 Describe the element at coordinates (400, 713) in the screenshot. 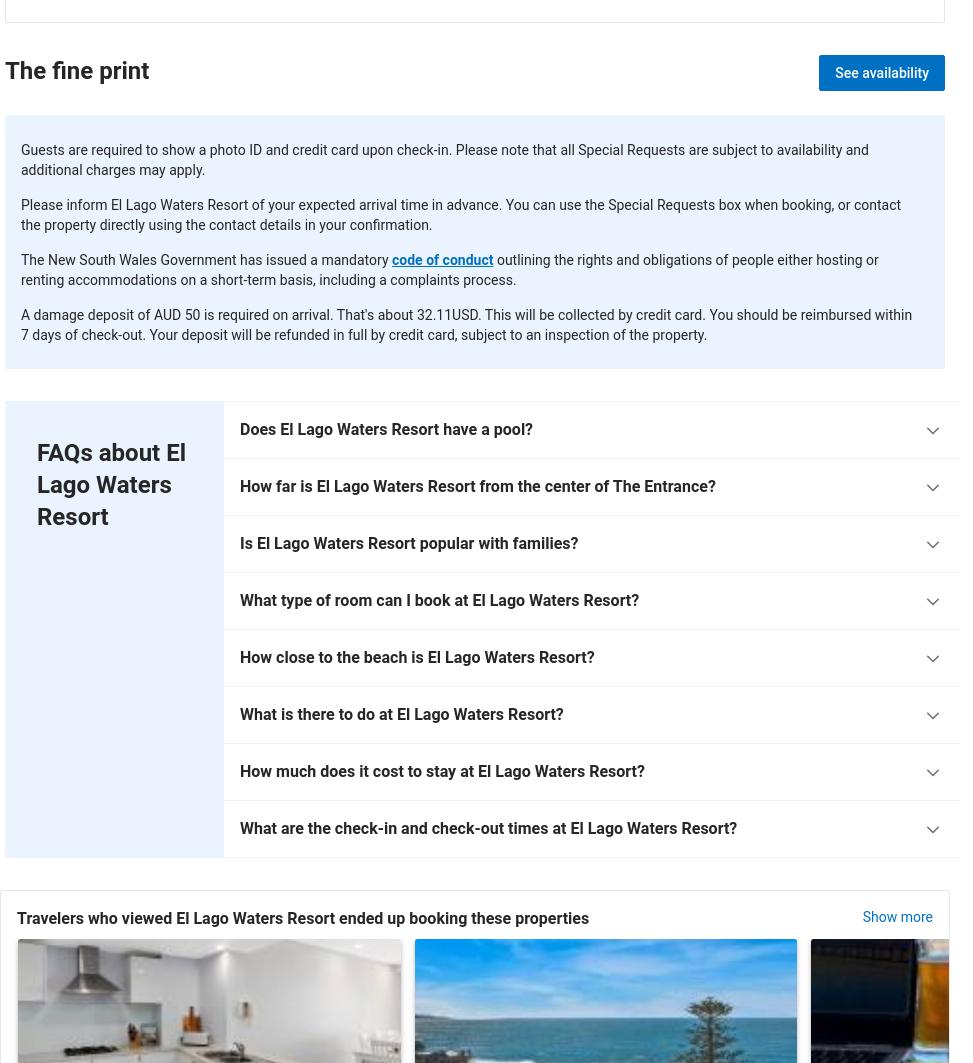

I see `'What is there to do at El Lago Waters Resort?'` at that location.